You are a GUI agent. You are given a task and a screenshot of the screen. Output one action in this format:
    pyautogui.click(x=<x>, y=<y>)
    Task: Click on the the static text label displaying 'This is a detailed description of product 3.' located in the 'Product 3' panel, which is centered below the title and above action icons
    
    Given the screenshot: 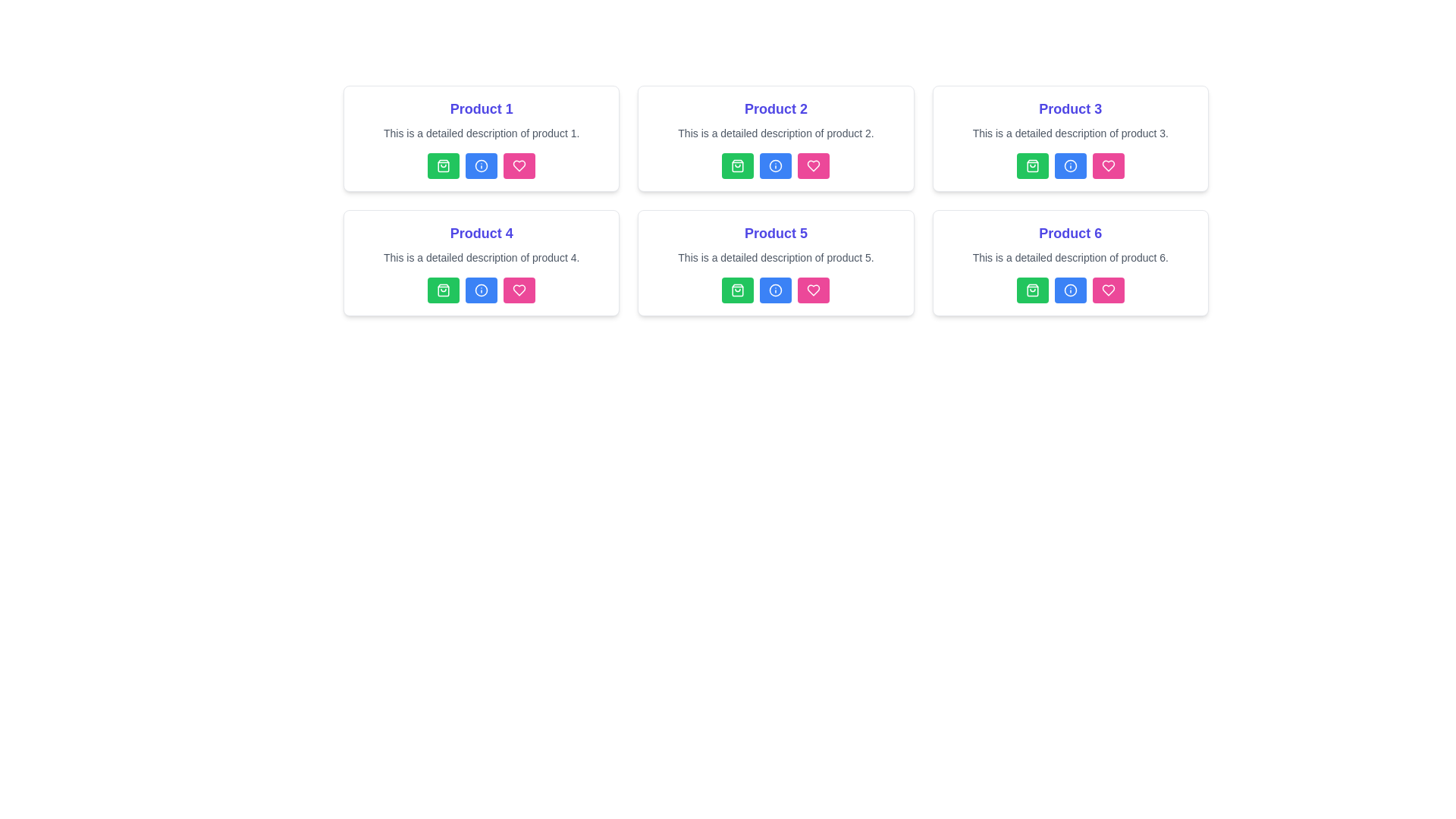 What is the action you would take?
    pyautogui.click(x=1069, y=133)
    